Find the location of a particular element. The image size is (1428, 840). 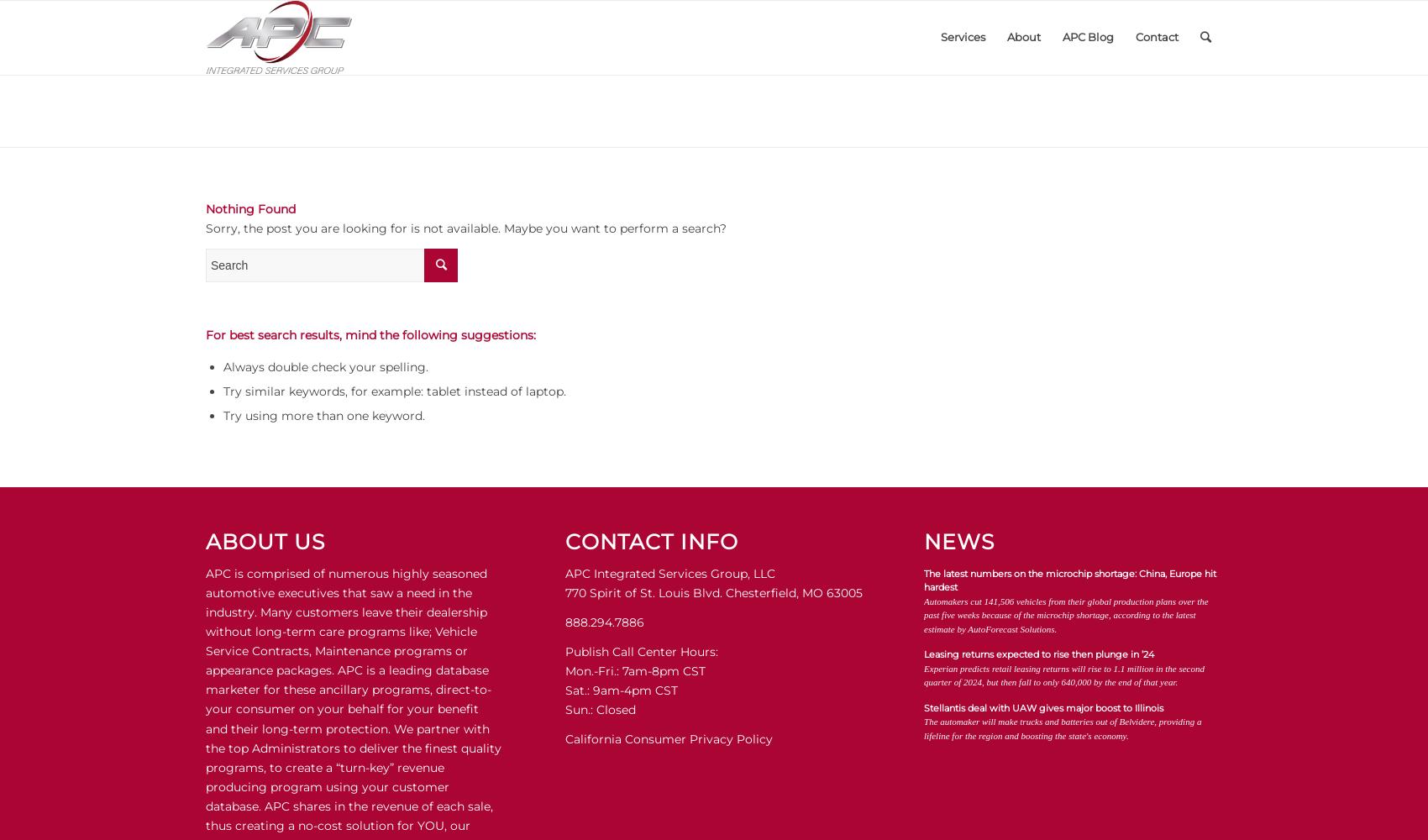

'APC Integrated Services Group, LLC' is located at coordinates (668, 573).